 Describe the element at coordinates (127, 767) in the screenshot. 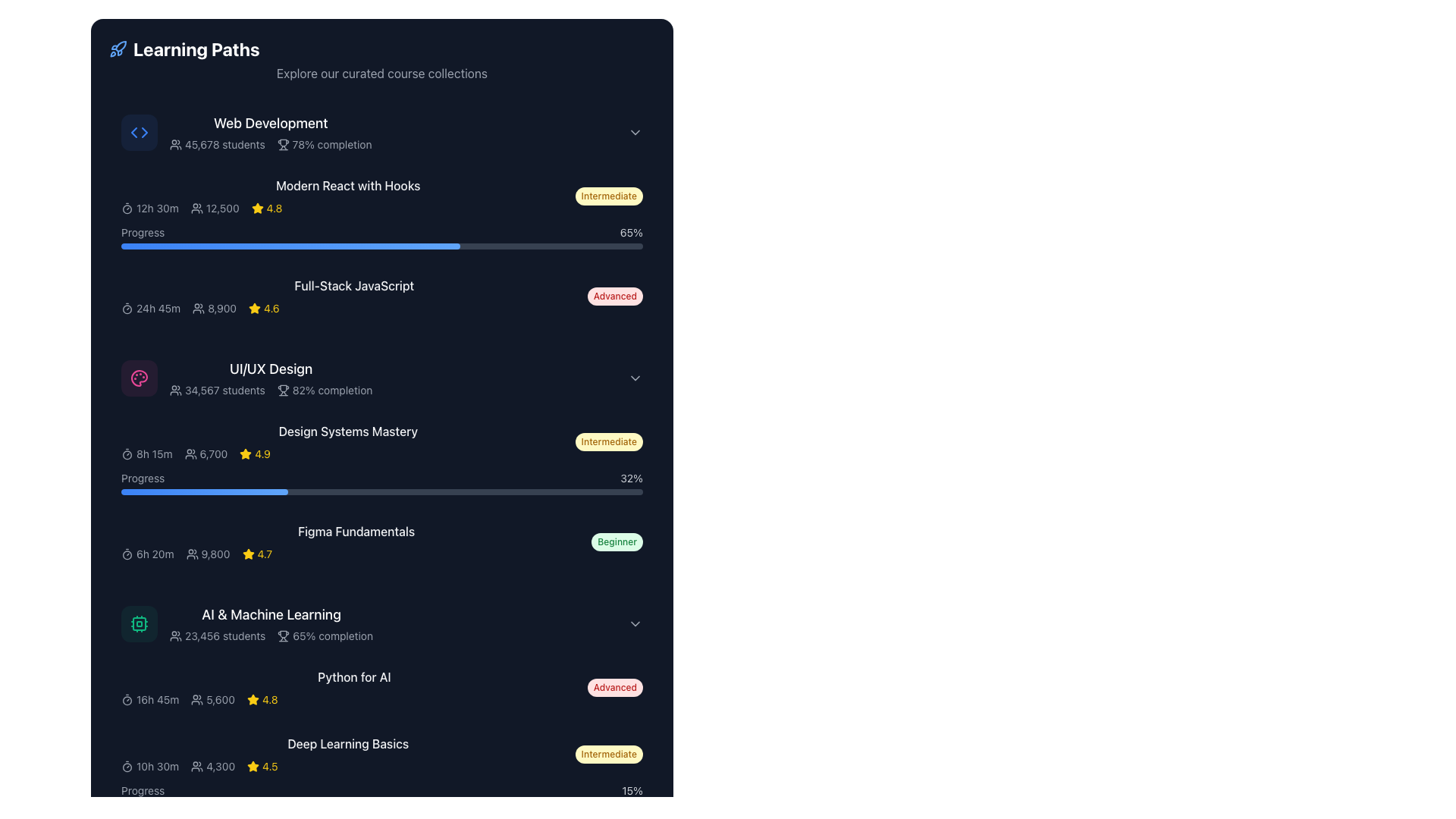

I see `the circular component of the timer icon located to the left of the '10h 30m' text in the 'Deep Learning Basics' section` at that location.